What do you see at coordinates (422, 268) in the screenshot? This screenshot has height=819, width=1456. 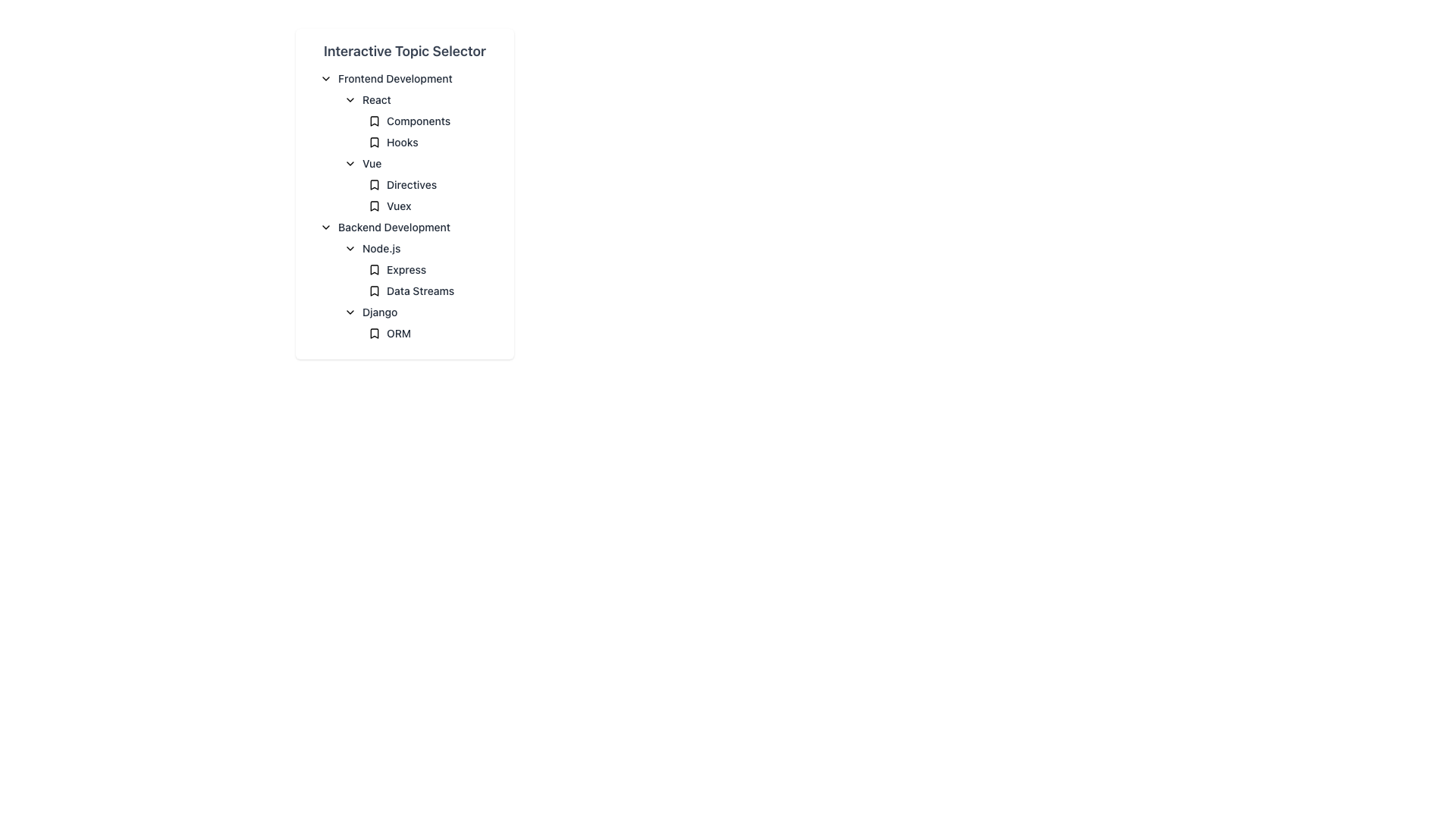 I see `the 'Express' list item under the 'Node.js' category` at bounding box center [422, 268].